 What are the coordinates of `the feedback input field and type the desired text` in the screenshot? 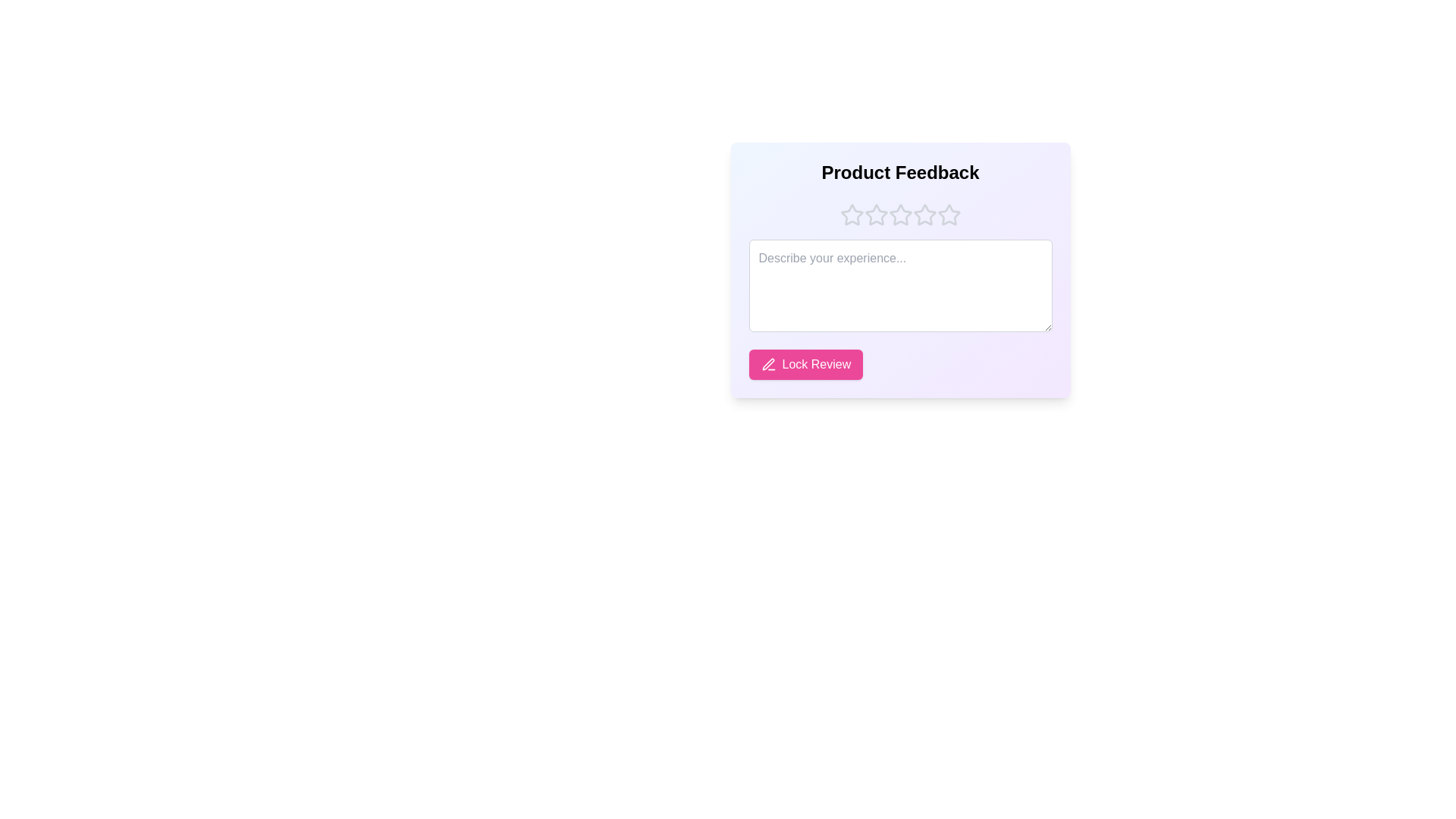 It's located at (900, 286).